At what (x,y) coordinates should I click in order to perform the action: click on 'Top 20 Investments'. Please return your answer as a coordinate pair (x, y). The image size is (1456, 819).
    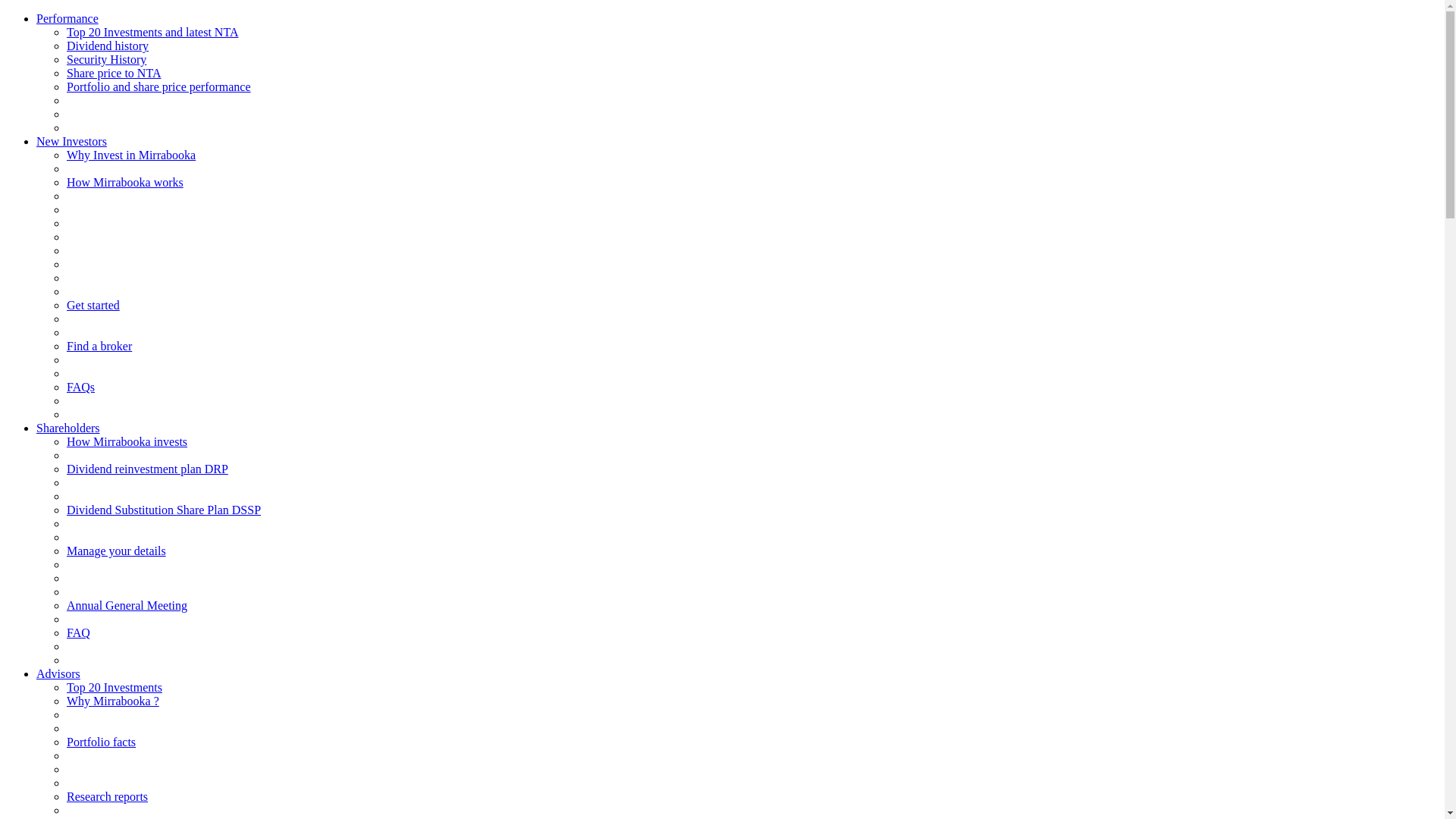
    Looking at the image, I should click on (65, 687).